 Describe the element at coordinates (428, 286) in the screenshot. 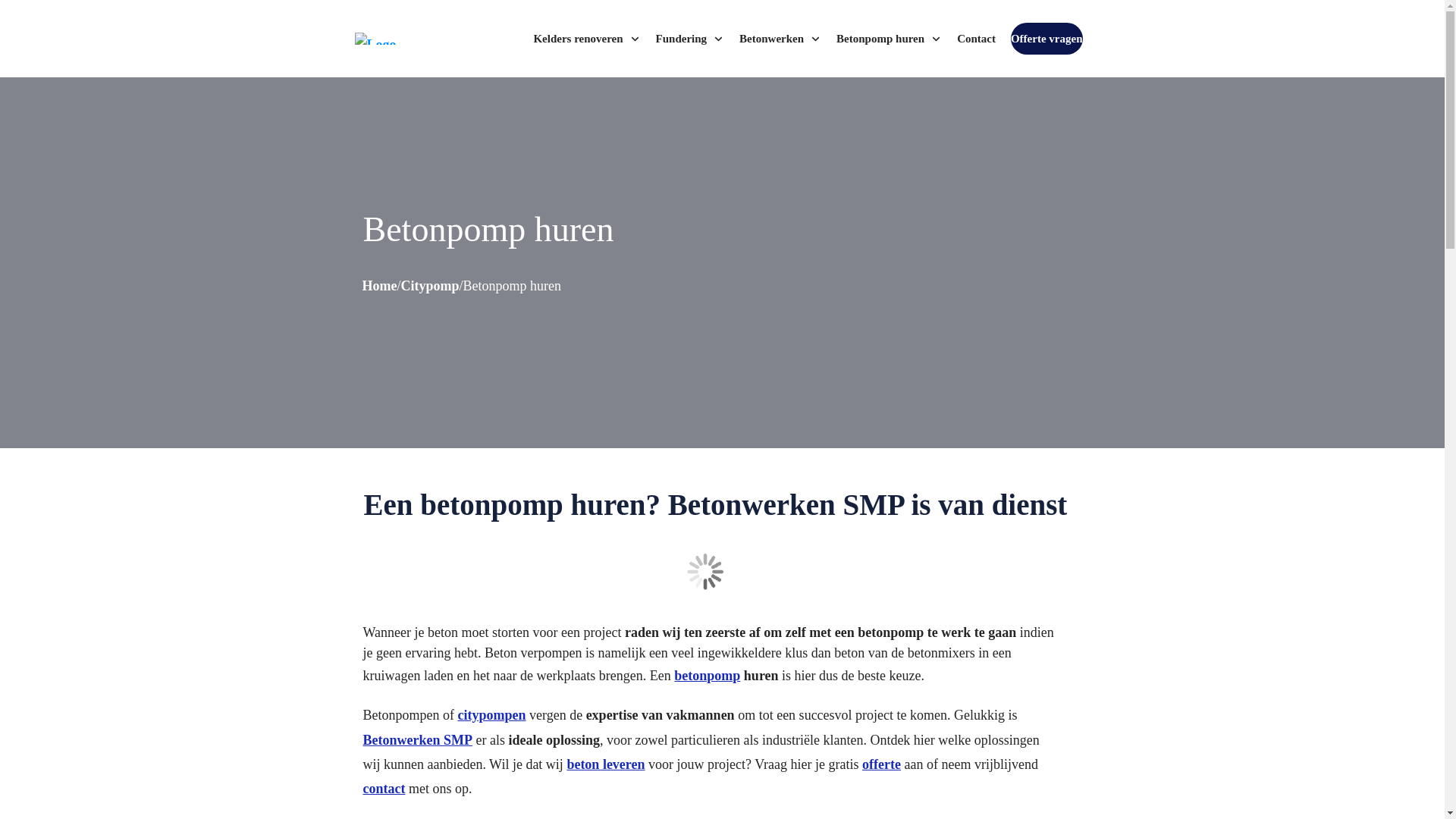

I see `'Citypomp'` at that location.